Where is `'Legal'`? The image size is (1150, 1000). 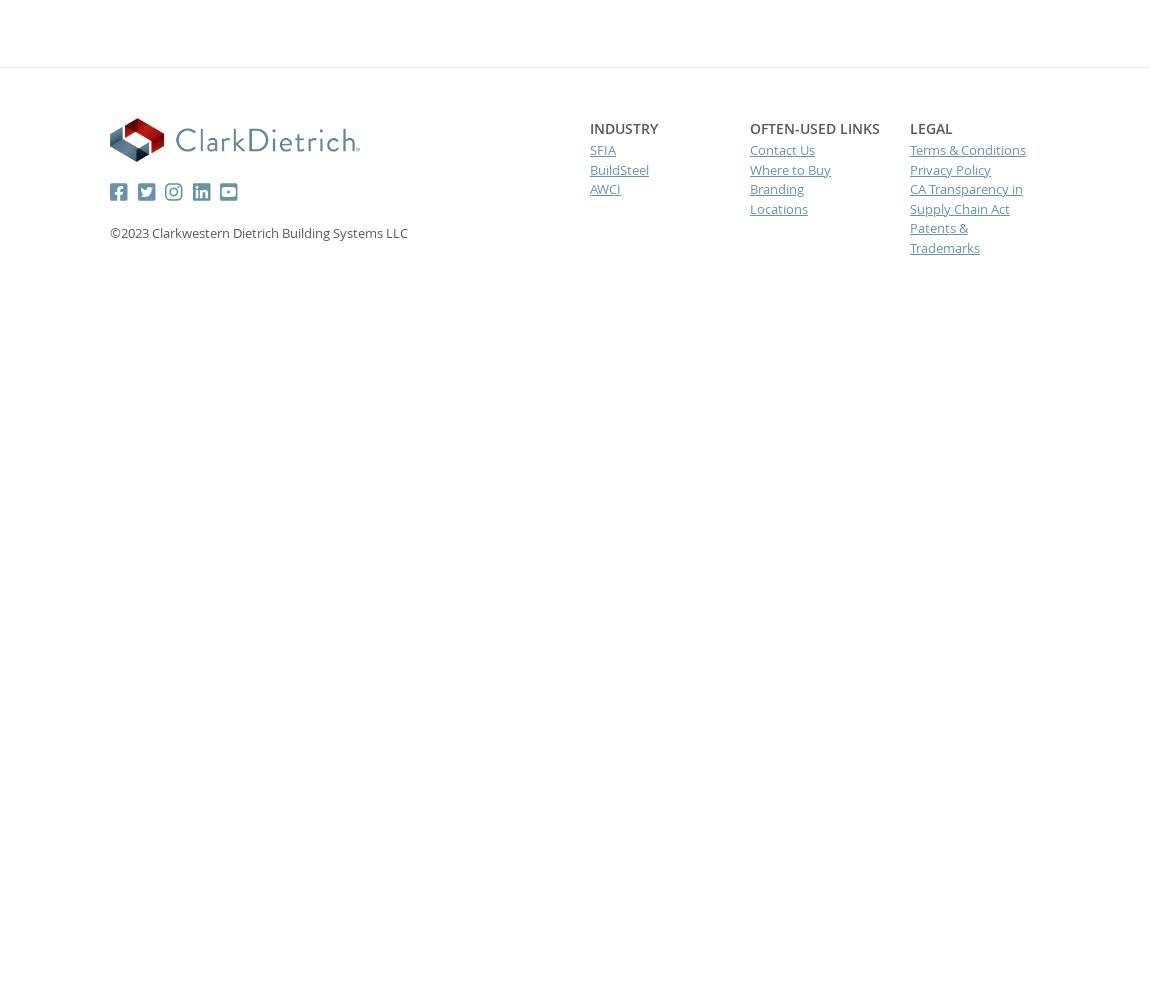
'Legal' is located at coordinates (930, 128).